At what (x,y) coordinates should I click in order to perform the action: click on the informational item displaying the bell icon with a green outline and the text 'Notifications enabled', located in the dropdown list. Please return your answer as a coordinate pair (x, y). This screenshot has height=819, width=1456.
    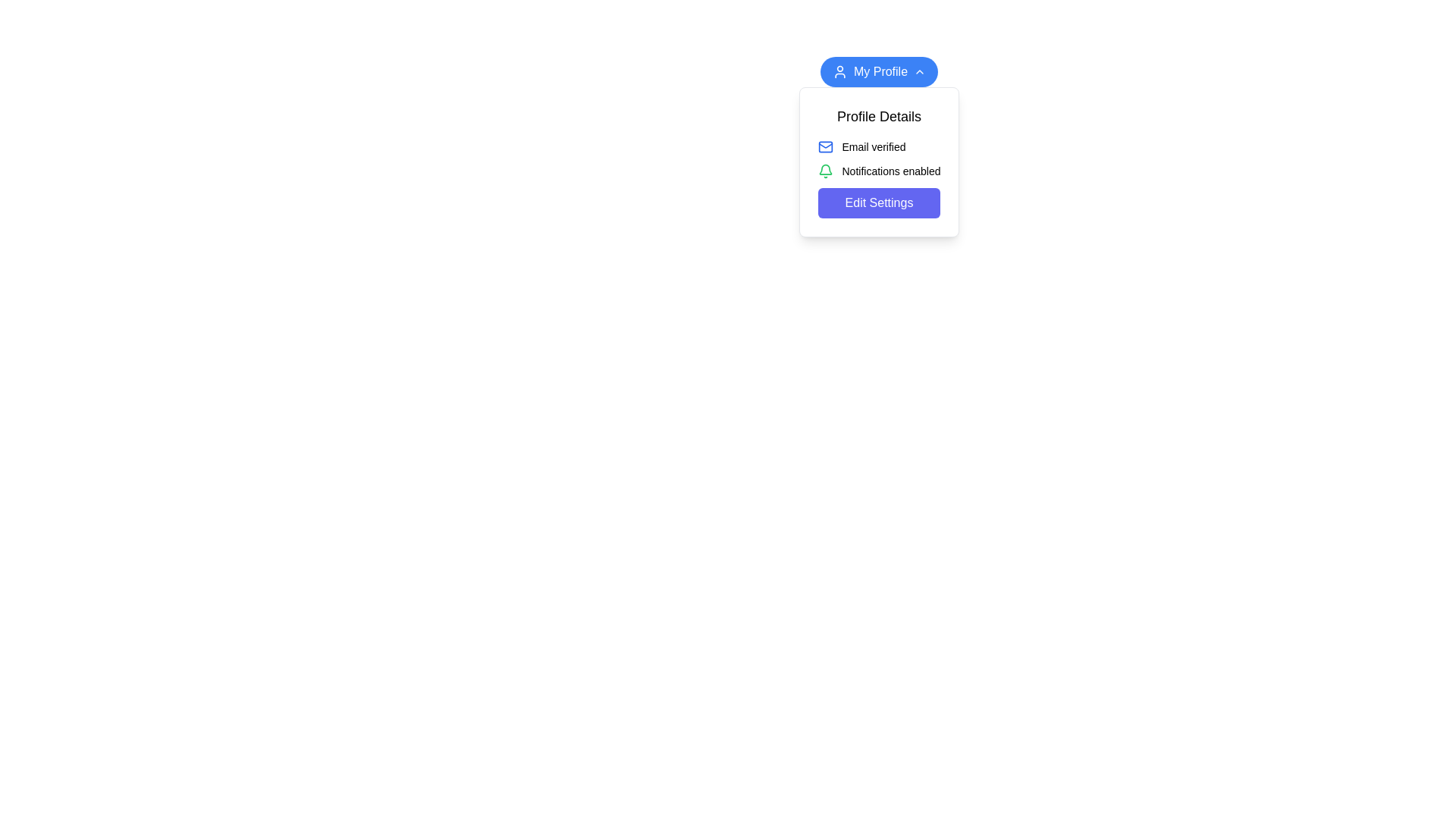
    Looking at the image, I should click on (879, 171).